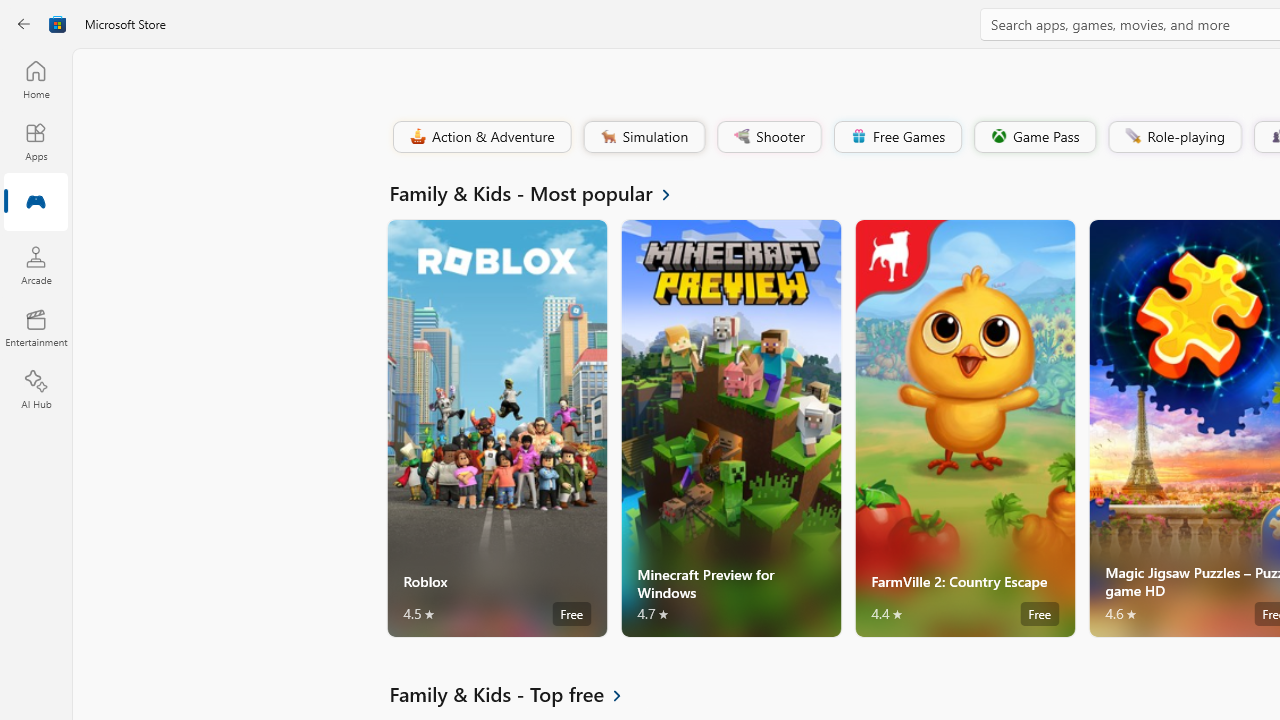  What do you see at coordinates (35, 203) in the screenshot?
I see `'Gaming'` at bounding box center [35, 203].